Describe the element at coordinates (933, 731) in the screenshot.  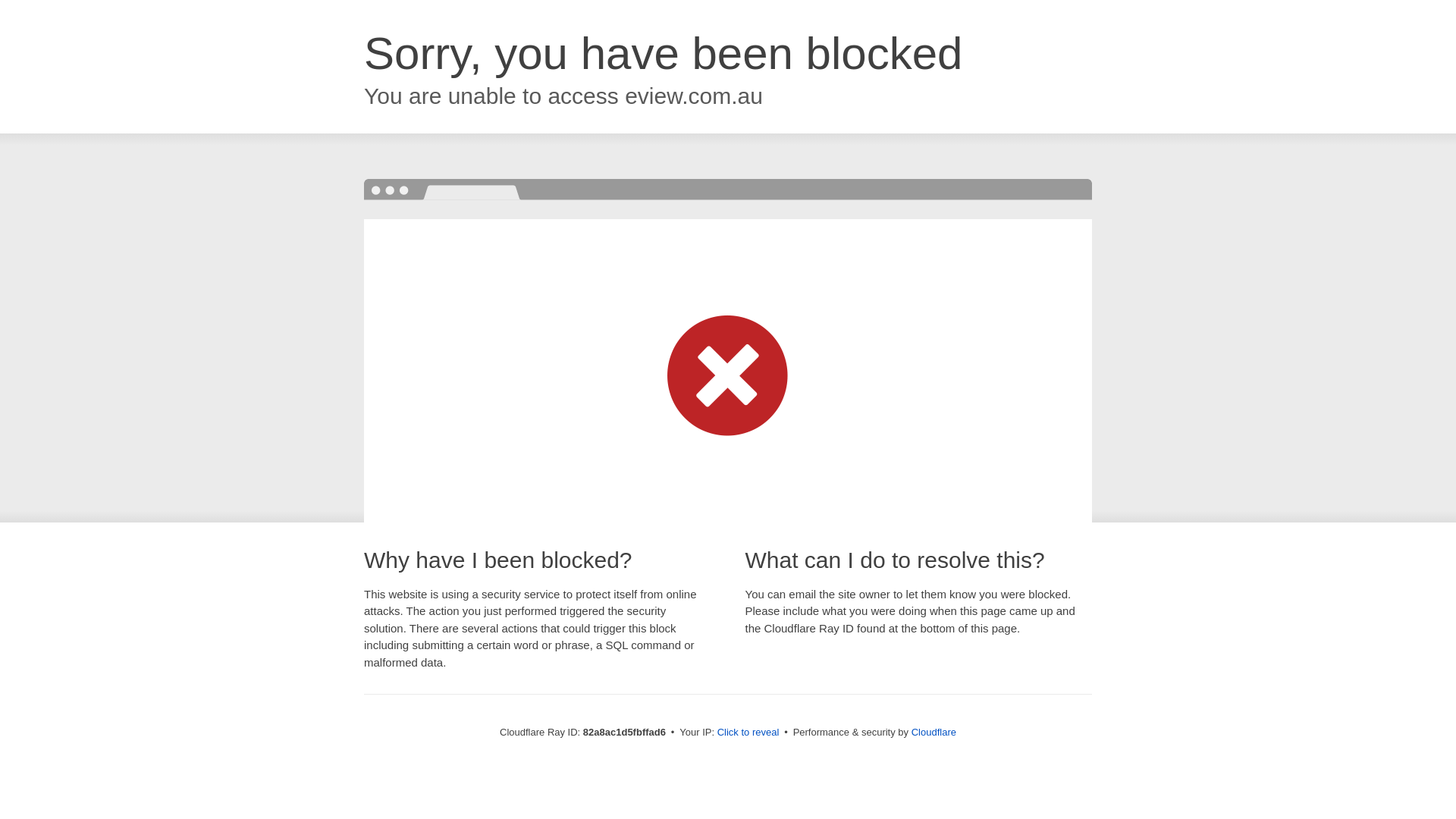
I see `'Cloudflare'` at that location.